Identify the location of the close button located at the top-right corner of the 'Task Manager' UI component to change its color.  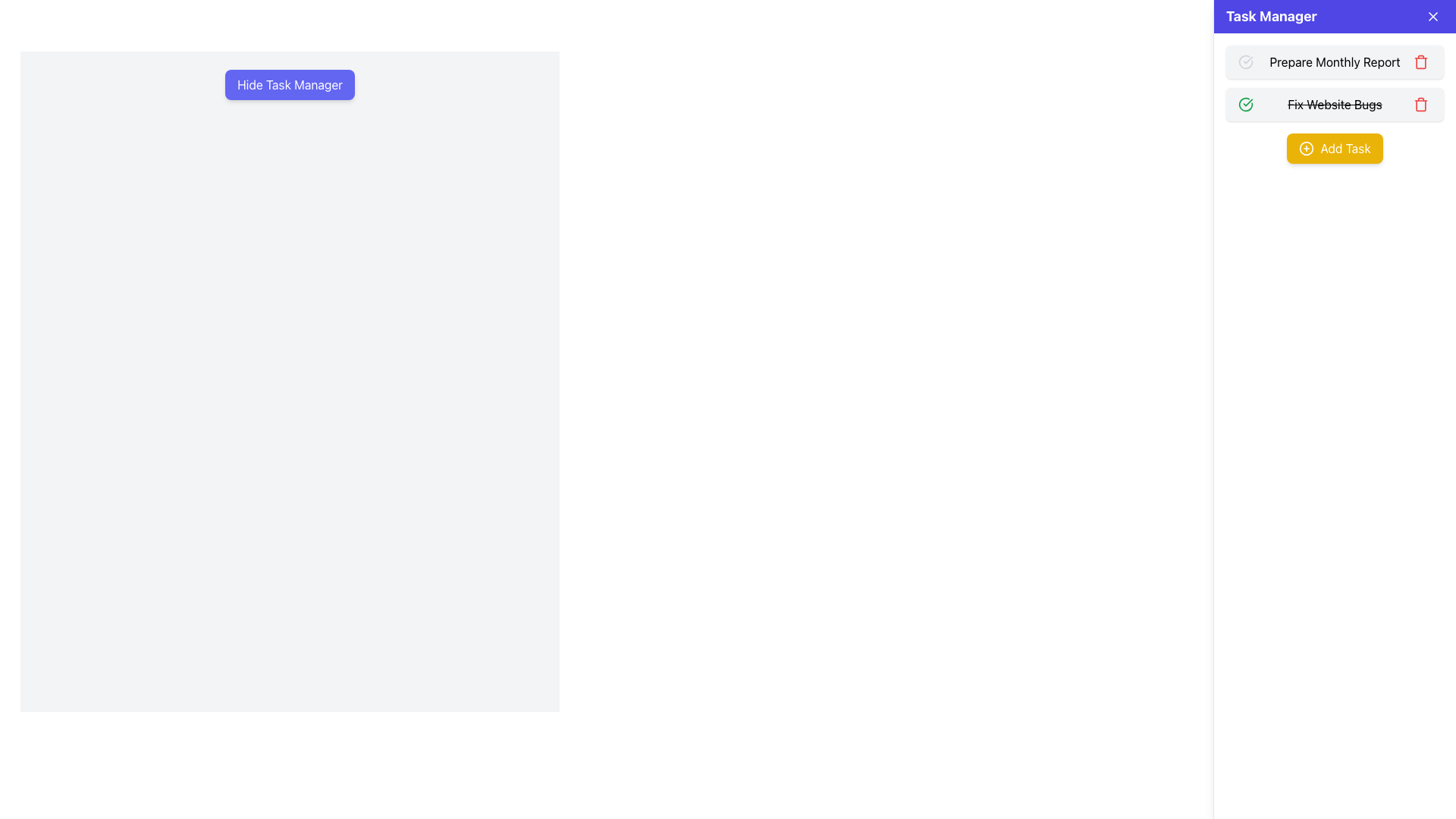
(1432, 17).